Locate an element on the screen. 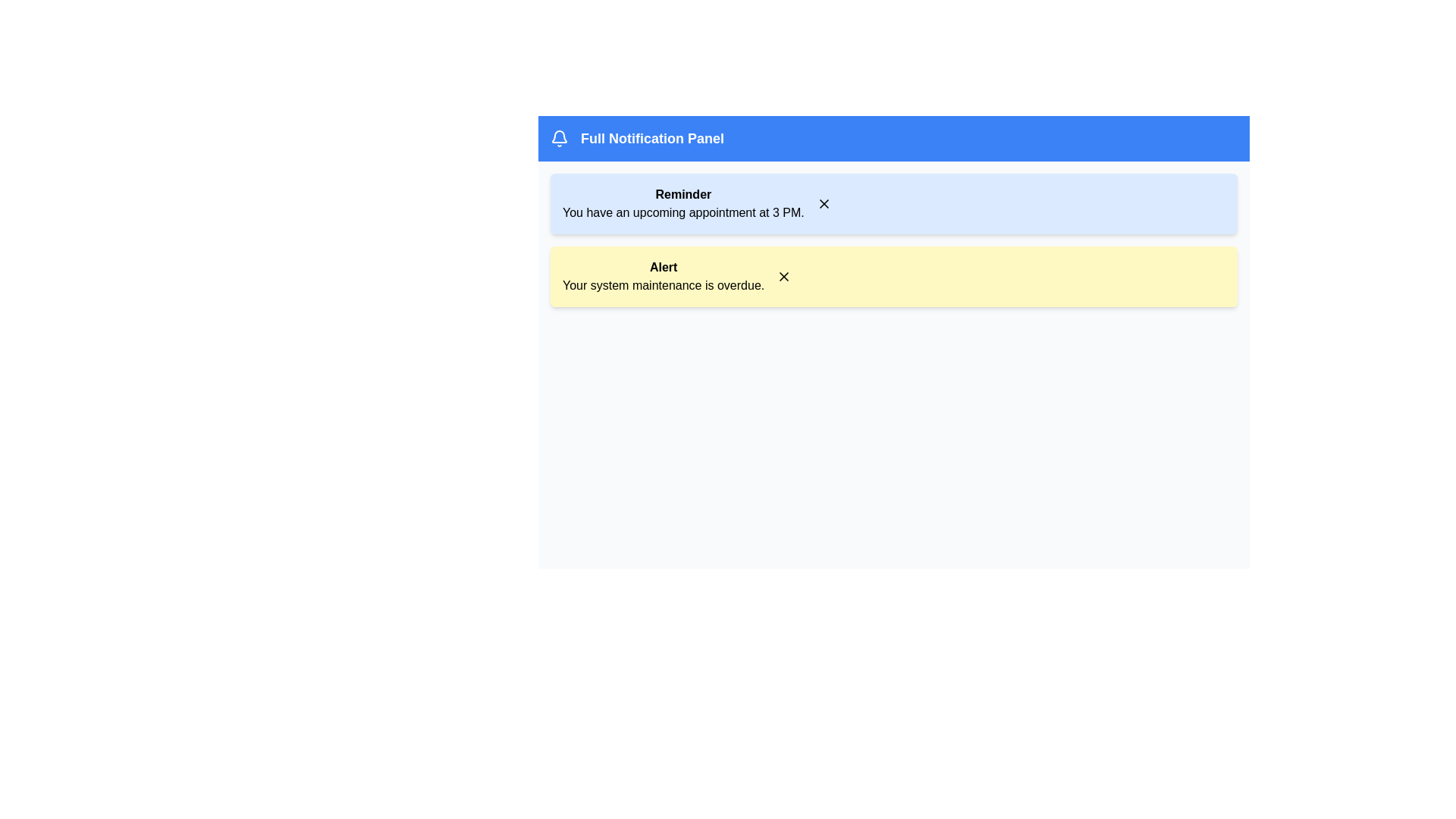  the close button located in the top-right corner of the yellow notification block titled 'Alert' is located at coordinates (784, 277).